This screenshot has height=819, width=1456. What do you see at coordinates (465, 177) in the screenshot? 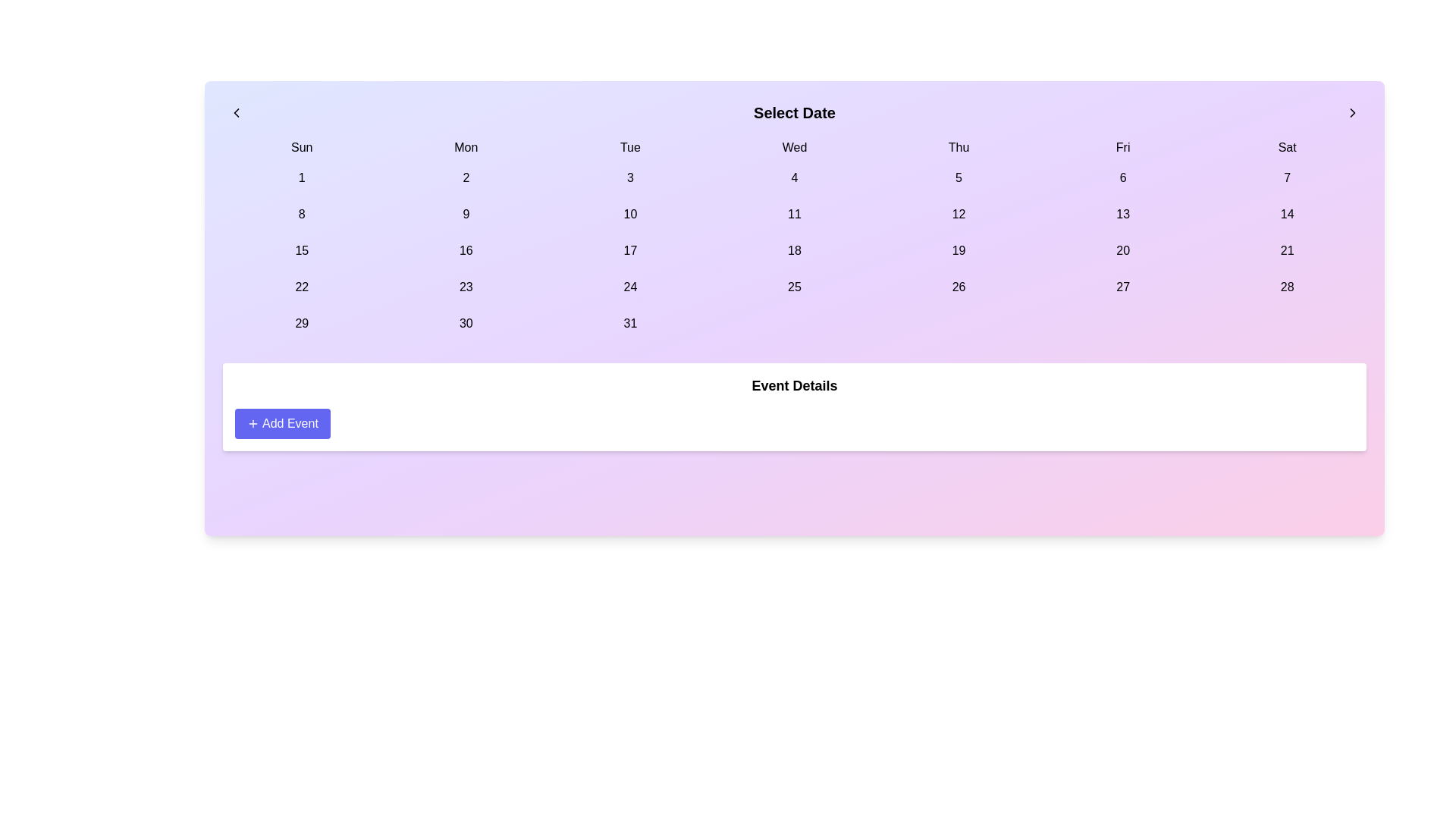
I see `the rectangular button labeled '2' with rounded corners to change its background color to indigo` at bounding box center [465, 177].